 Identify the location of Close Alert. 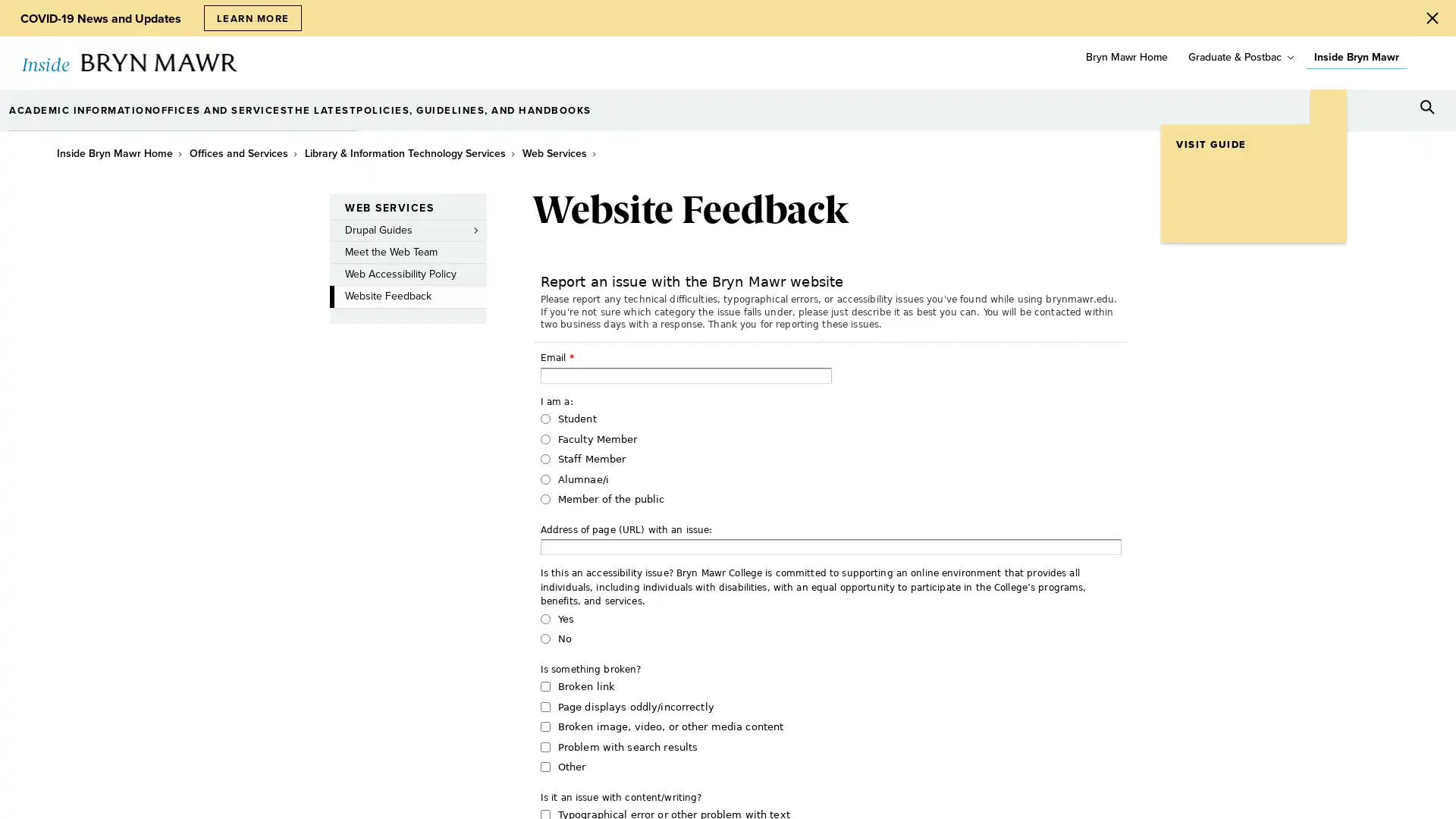
(1432, 17).